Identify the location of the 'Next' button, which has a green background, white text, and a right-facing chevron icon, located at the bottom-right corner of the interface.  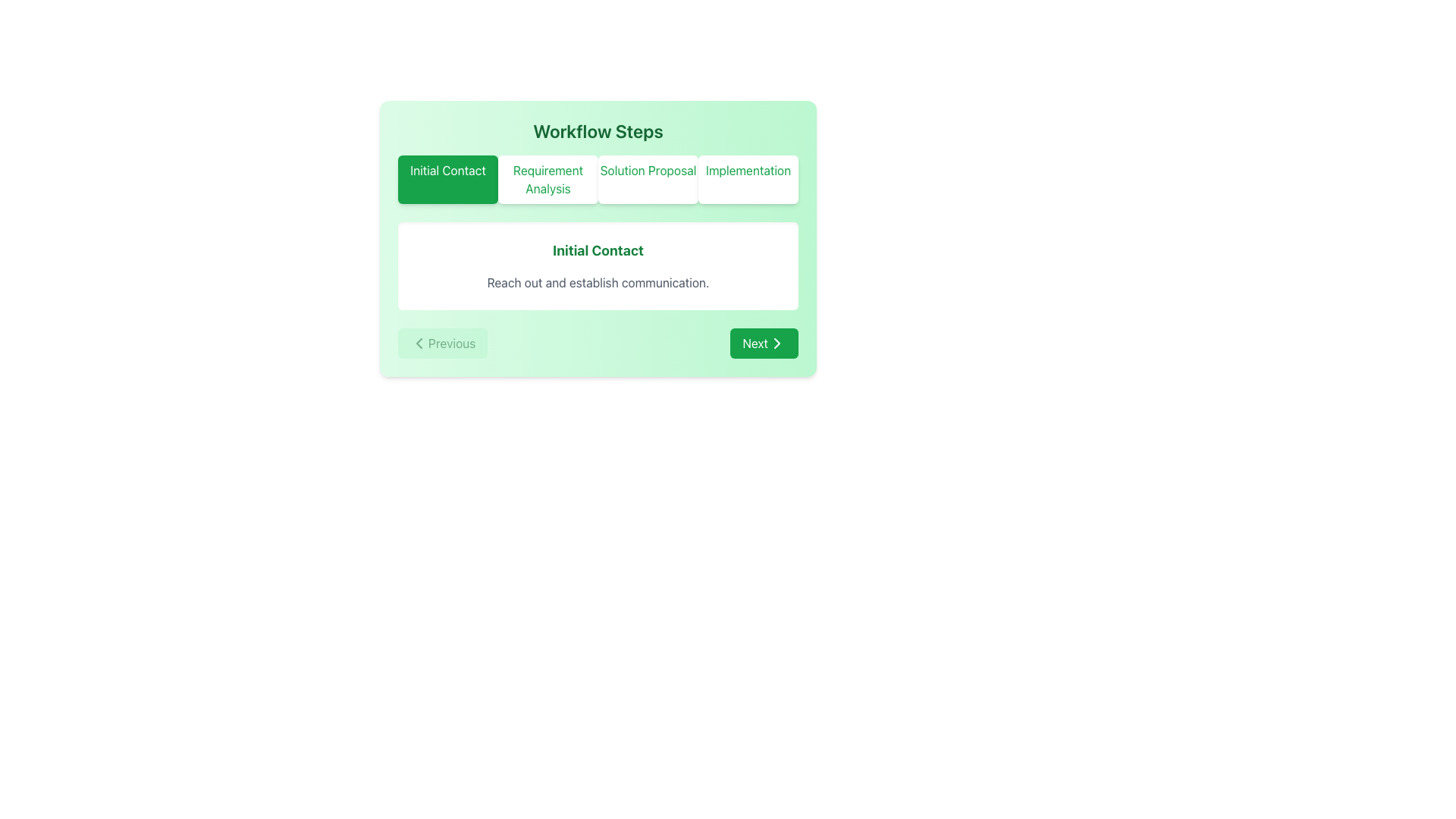
(764, 343).